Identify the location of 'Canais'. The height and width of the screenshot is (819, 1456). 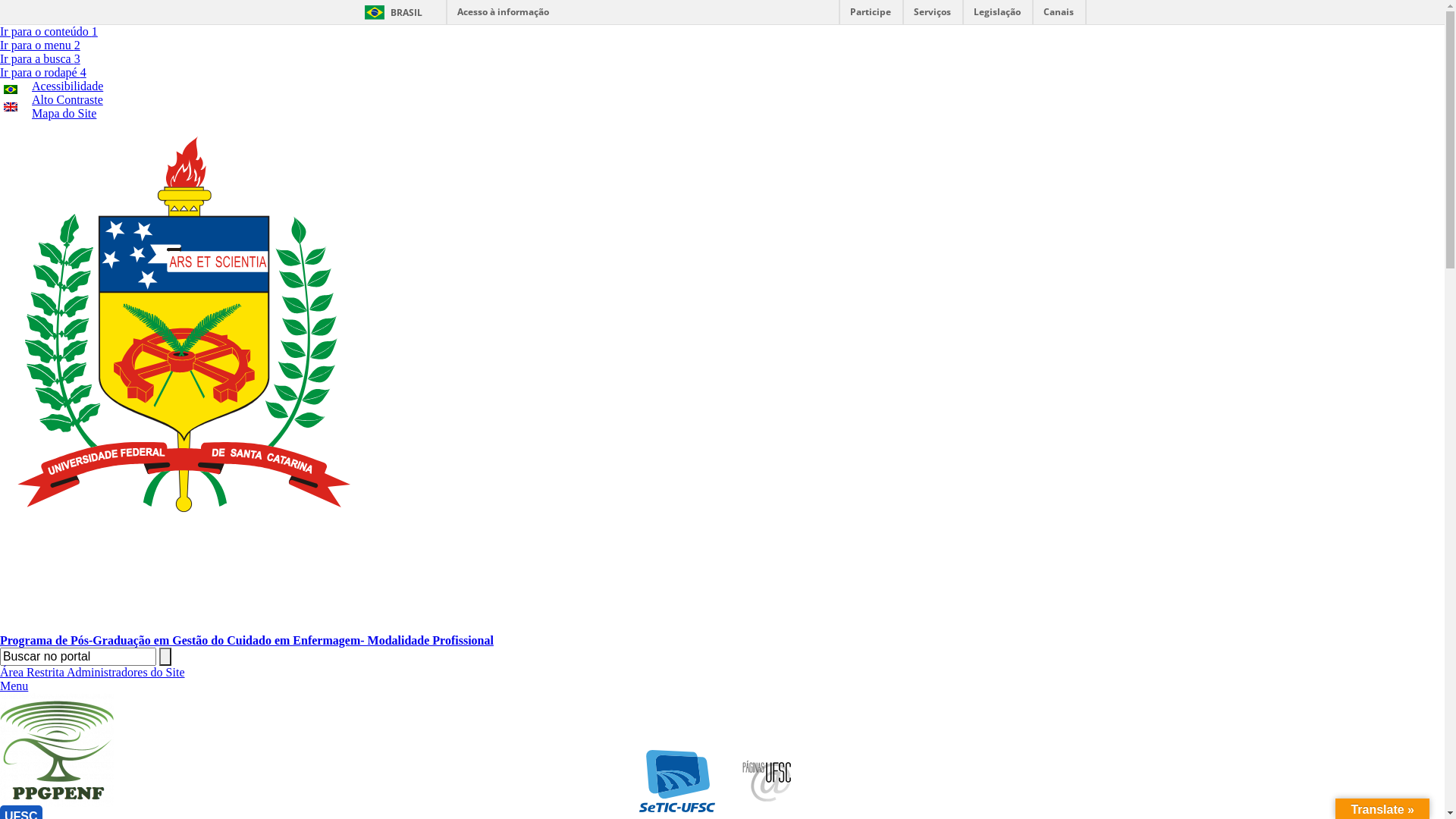
(1058, 14).